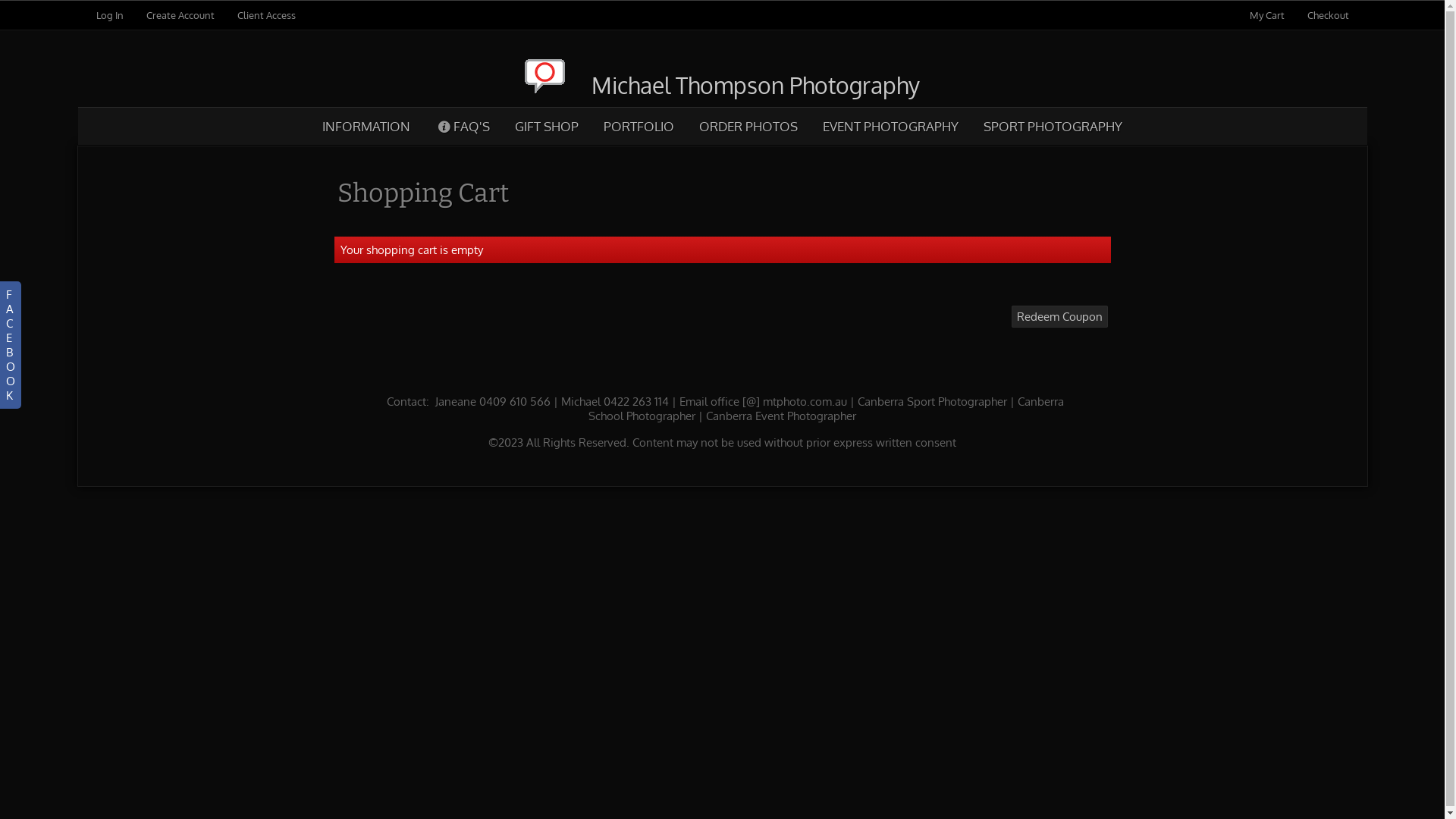  What do you see at coordinates (546, 125) in the screenshot?
I see `'GIFT SHOP'` at bounding box center [546, 125].